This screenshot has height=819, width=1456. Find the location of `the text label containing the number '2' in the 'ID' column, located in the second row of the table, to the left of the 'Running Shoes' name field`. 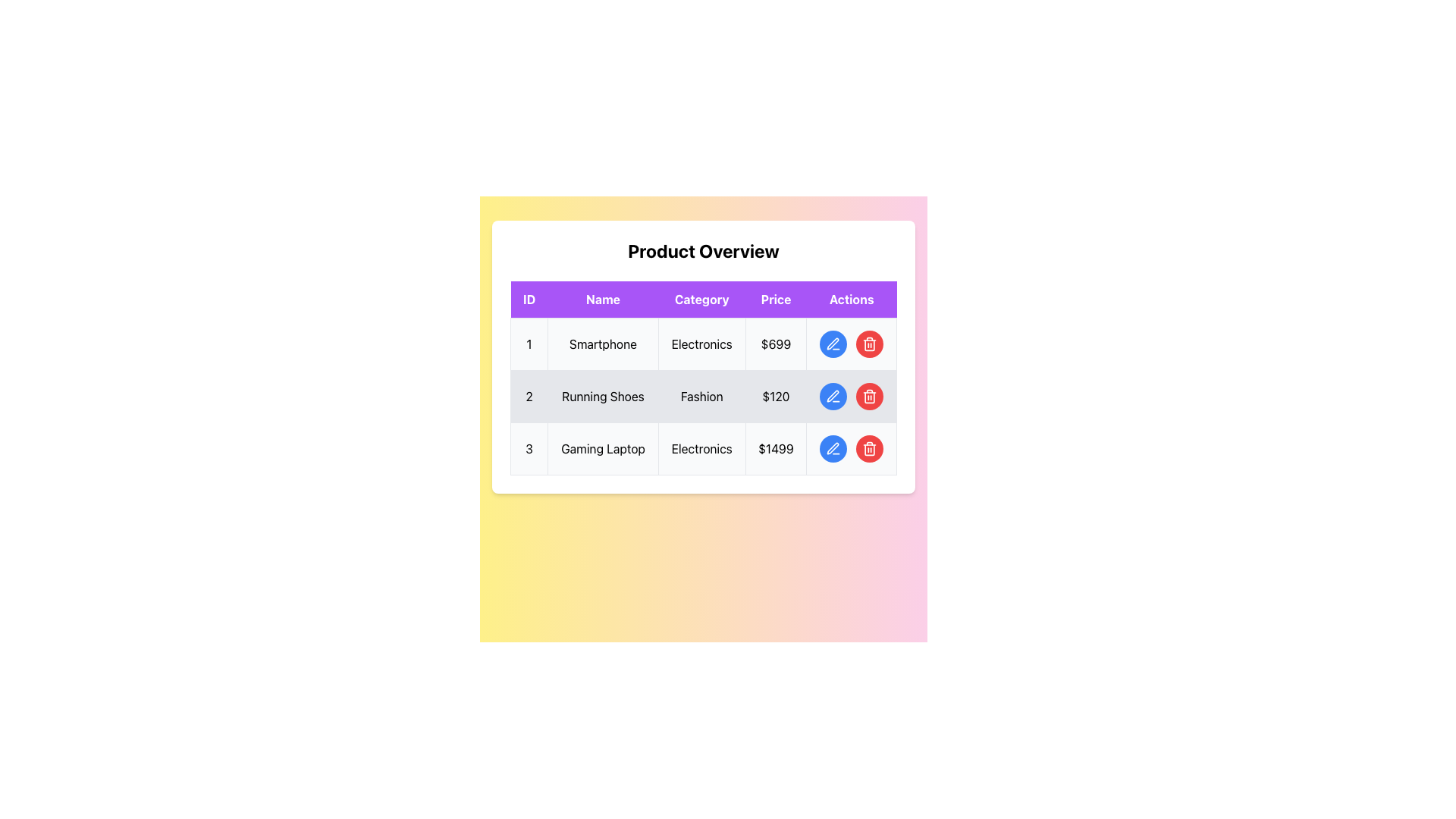

the text label containing the number '2' in the 'ID' column, located in the second row of the table, to the left of the 'Running Shoes' name field is located at coordinates (529, 396).